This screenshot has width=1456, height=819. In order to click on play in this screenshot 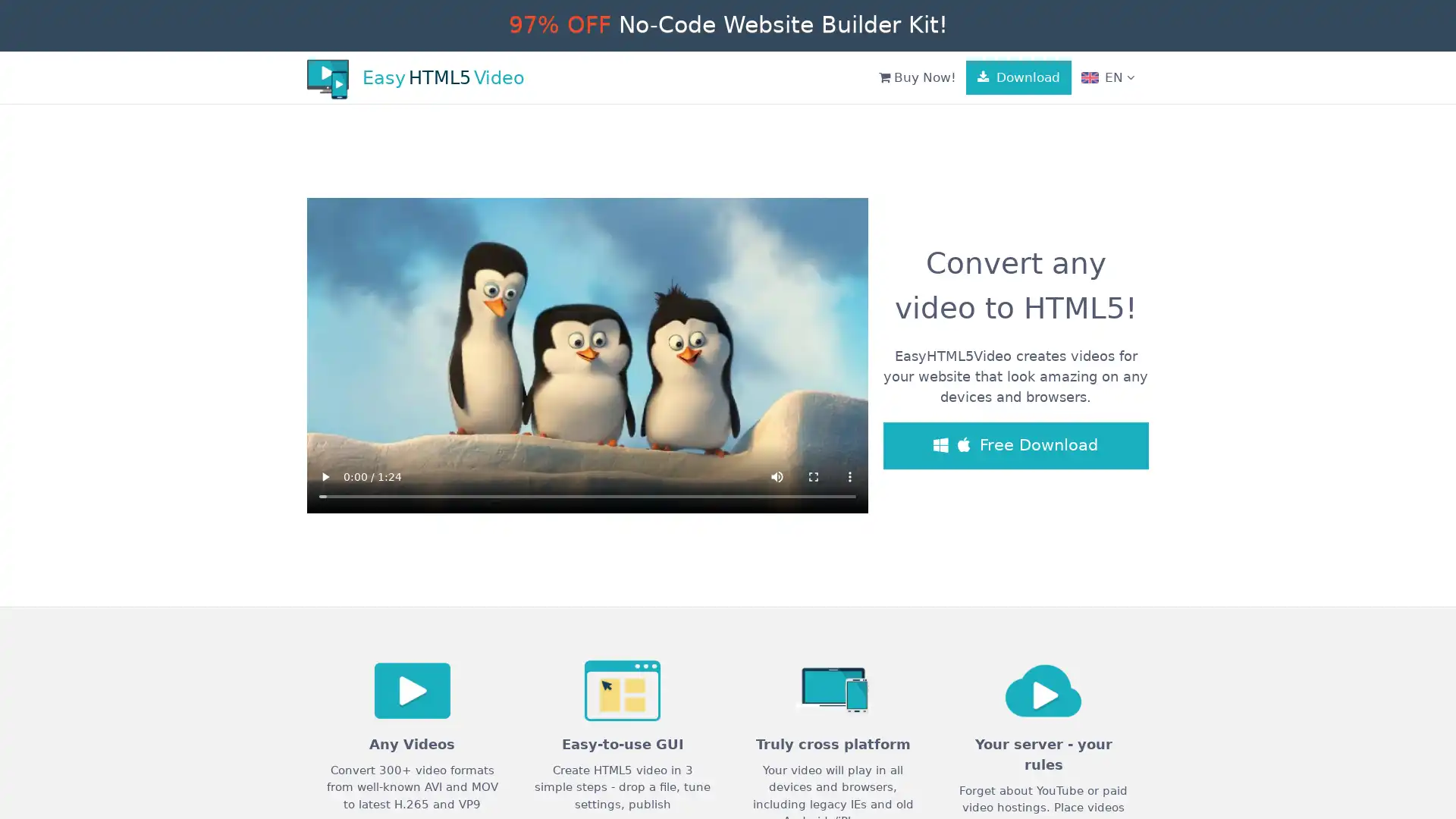, I will do `click(324, 475)`.